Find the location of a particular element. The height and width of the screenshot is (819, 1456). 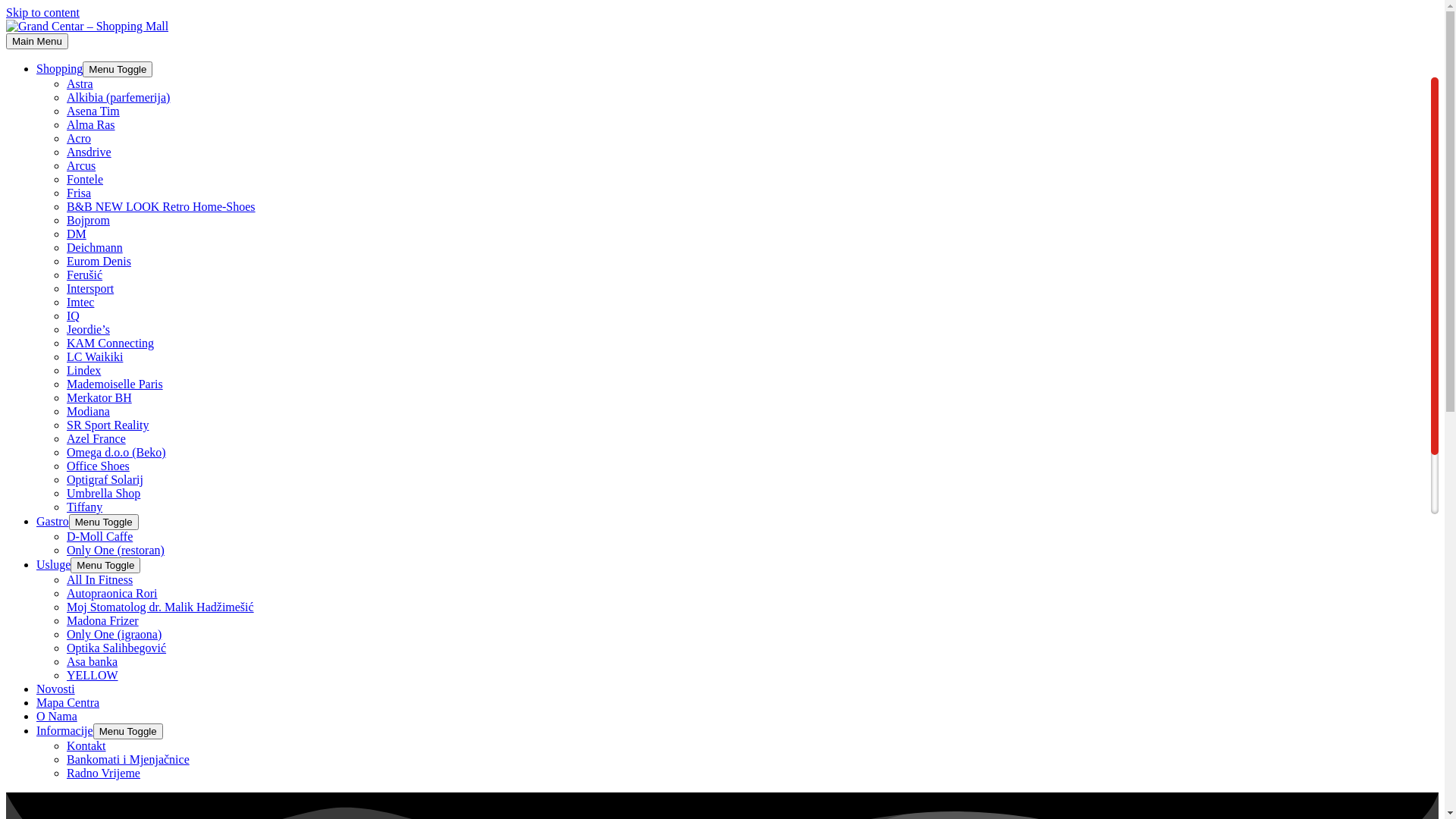

'Astra' is located at coordinates (79, 83).